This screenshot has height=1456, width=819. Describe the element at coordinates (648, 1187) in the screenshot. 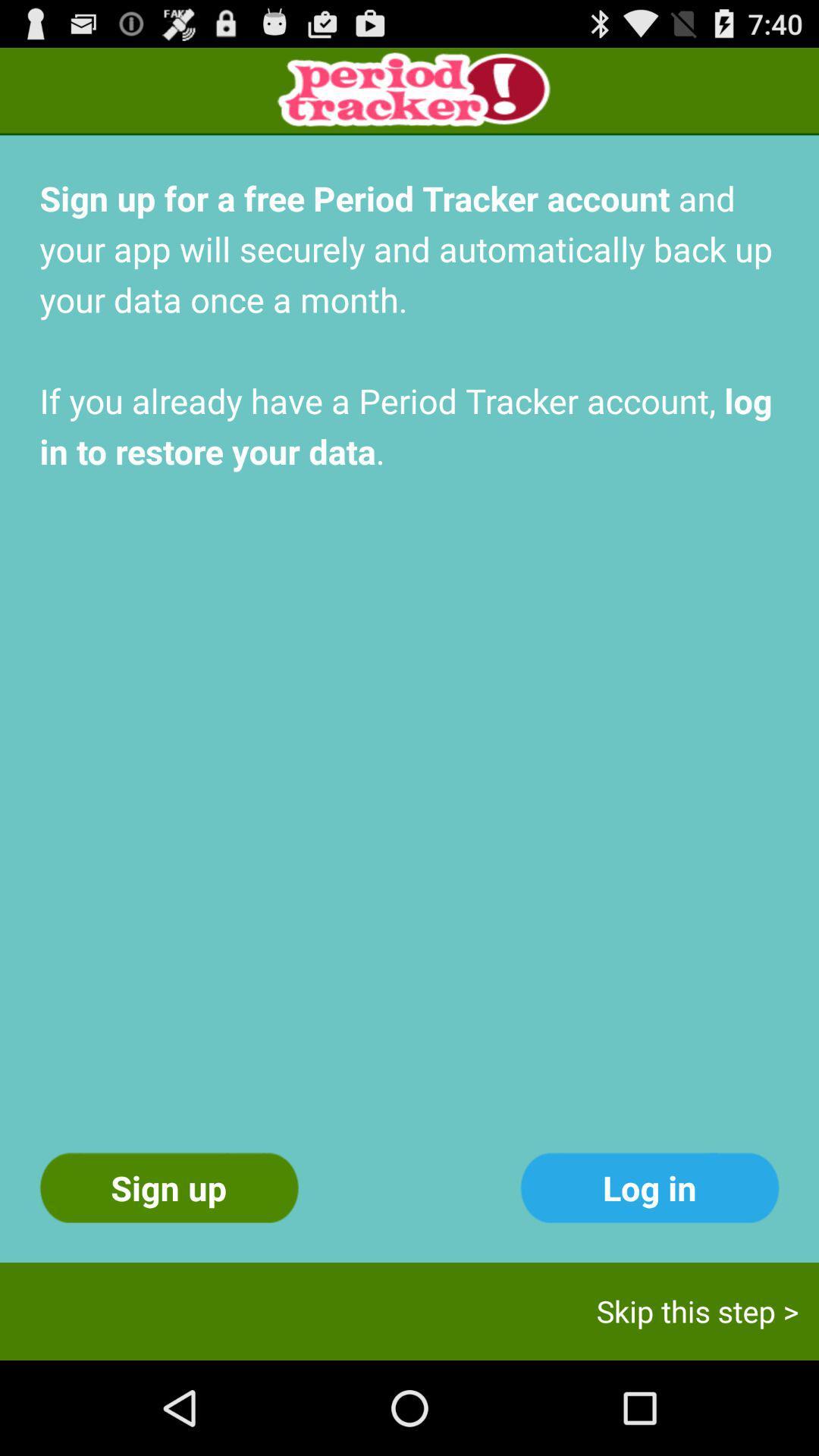

I see `item below the sign up for icon` at that location.